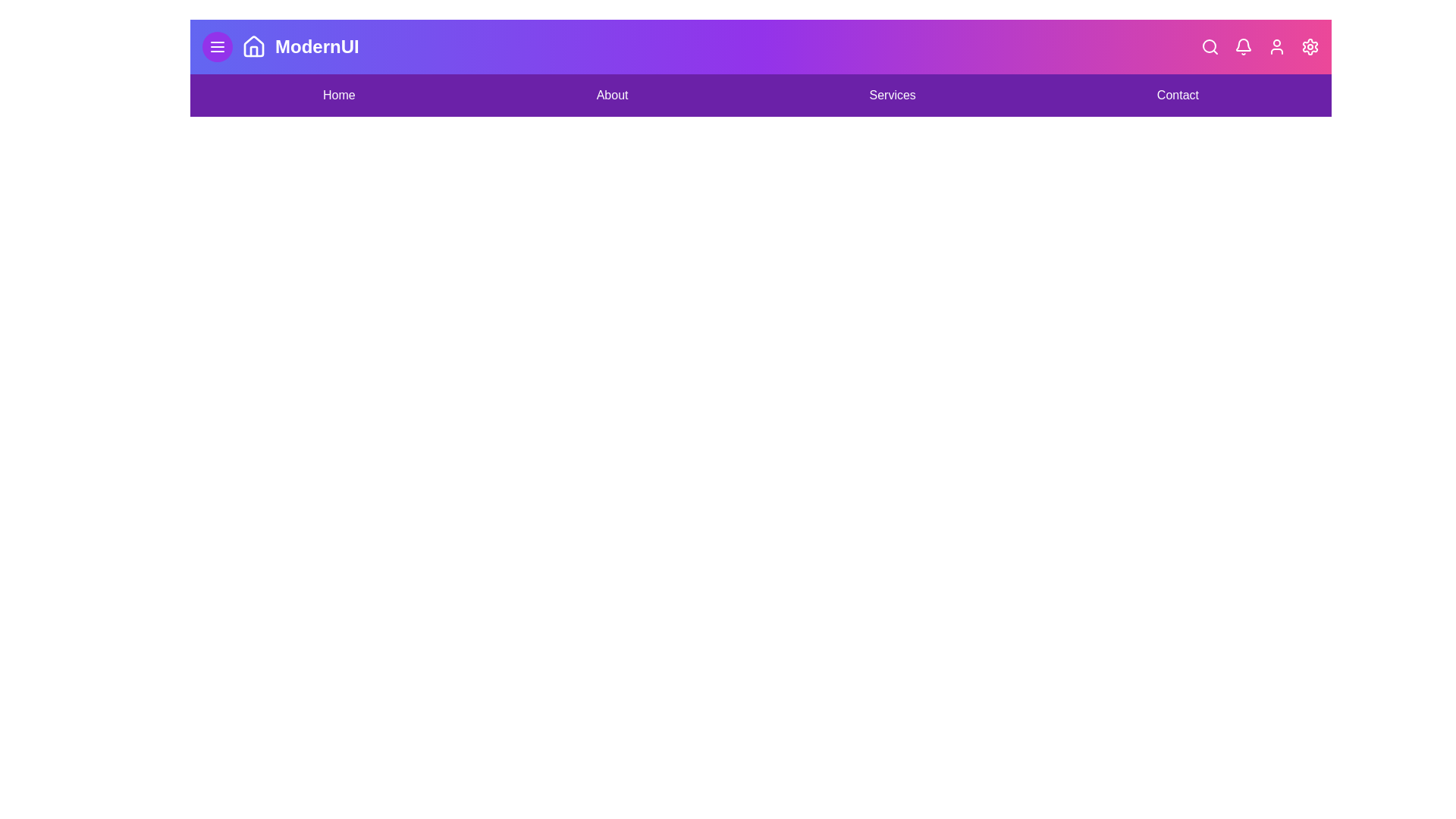 The image size is (1456, 819). Describe the element at coordinates (217, 45) in the screenshot. I see `the menu button to toggle the menu visibility` at that location.